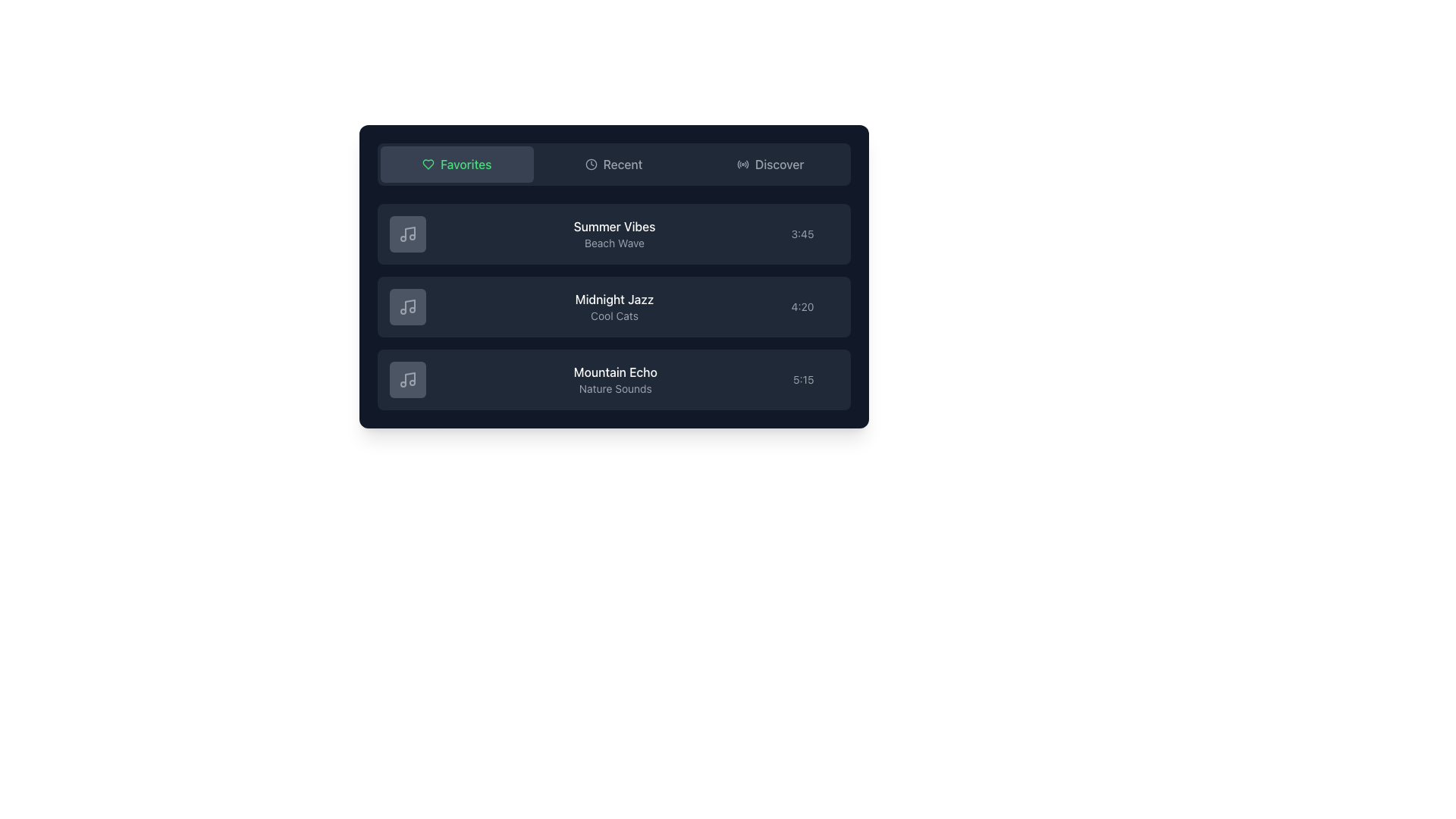 This screenshot has width=1456, height=819. I want to click on the design and placement context of the outermost arc element located on the right side of the interface's header, so click(747, 164).